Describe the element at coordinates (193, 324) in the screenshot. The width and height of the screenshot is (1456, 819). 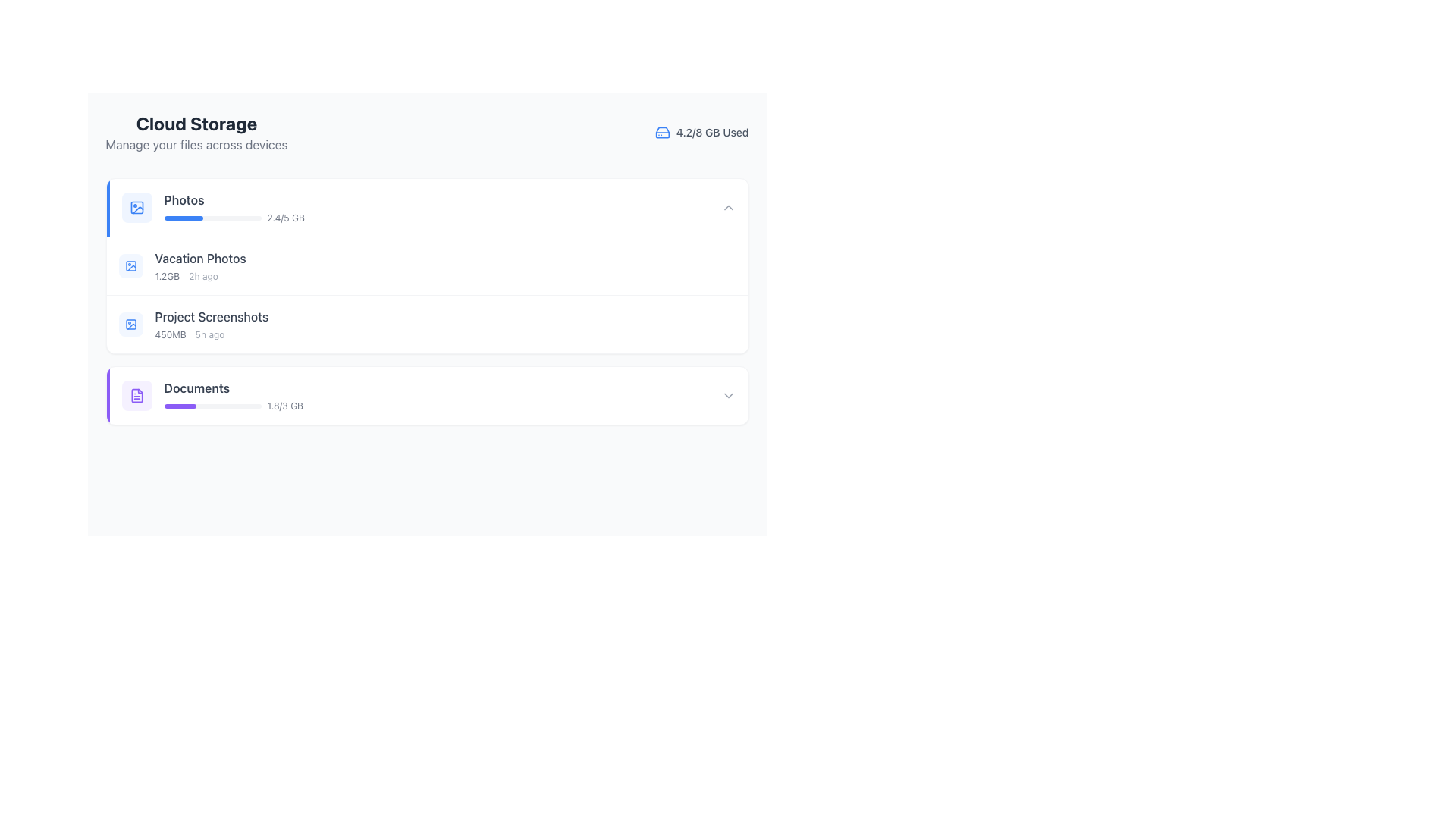
I see `to select the interactive list item representing 'Project Screenshots', which is the third item in the vertical list of storage items` at that location.